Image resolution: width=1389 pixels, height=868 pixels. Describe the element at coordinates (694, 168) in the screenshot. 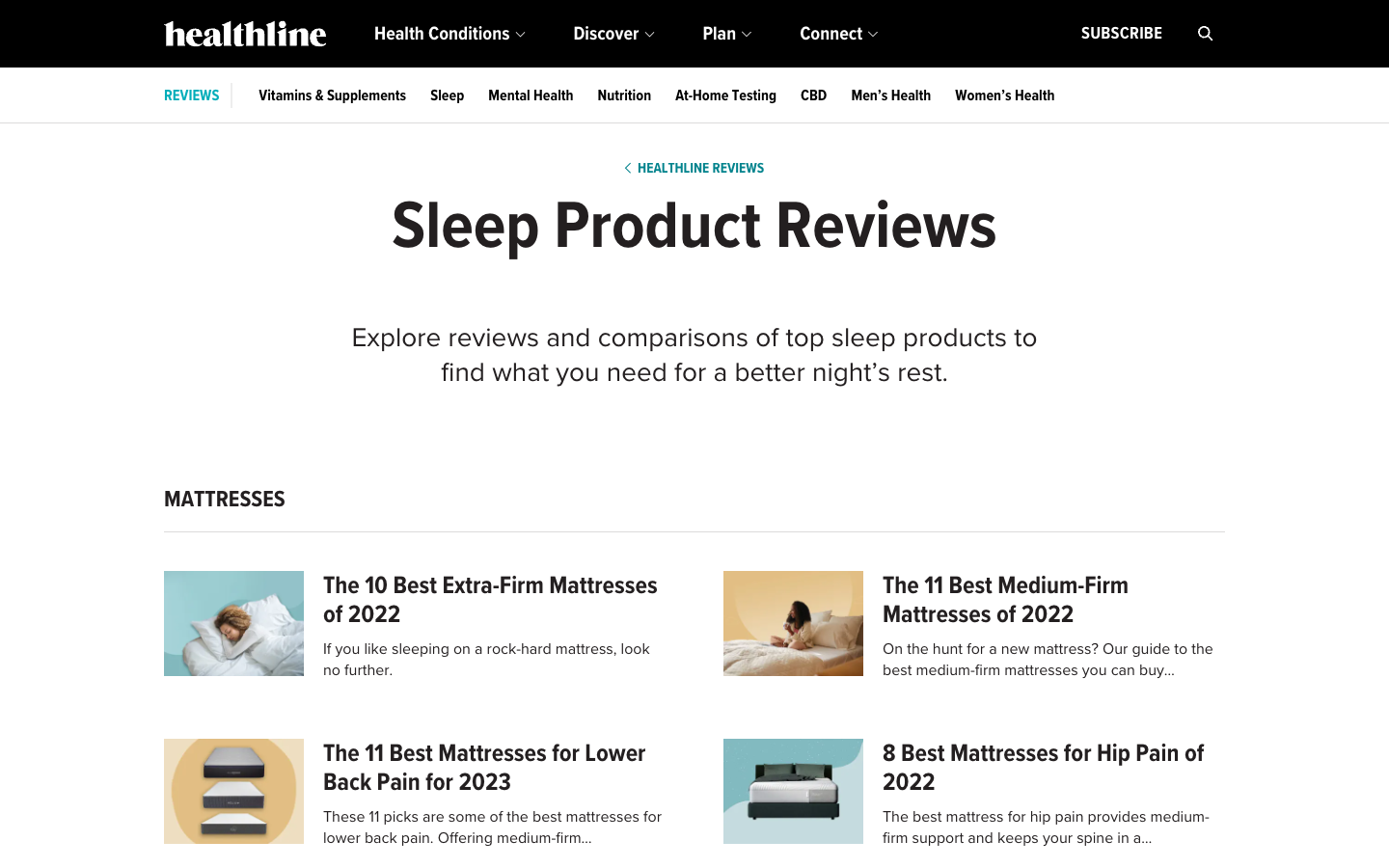

I see `Navigate back to the Healthline reviews page` at that location.